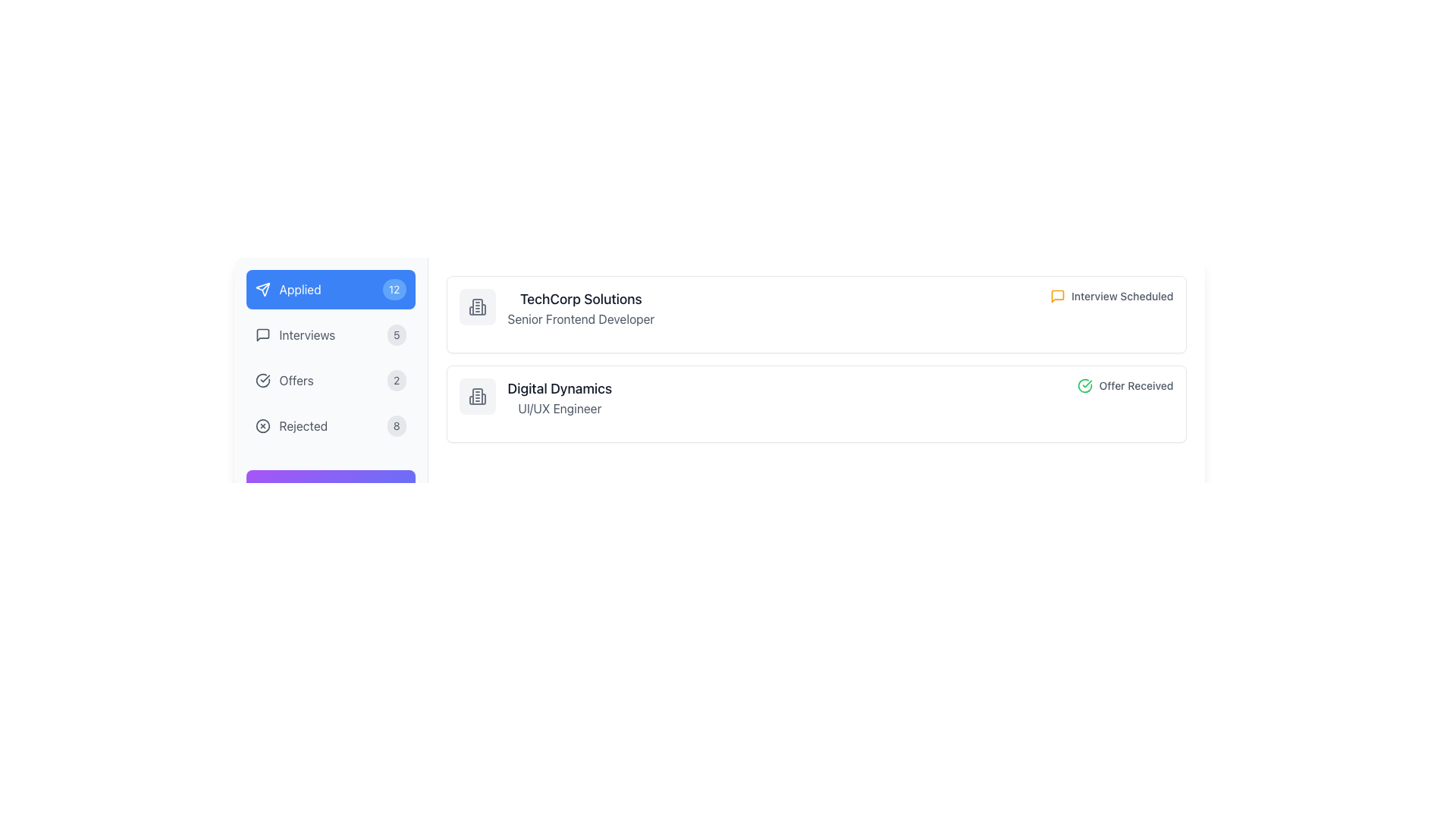 The width and height of the screenshot is (1456, 819). I want to click on the SVG graphic element representing the 'Offers' category in the sidebar navigation menu, located next to the 'Offers' text entry, so click(262, 379).